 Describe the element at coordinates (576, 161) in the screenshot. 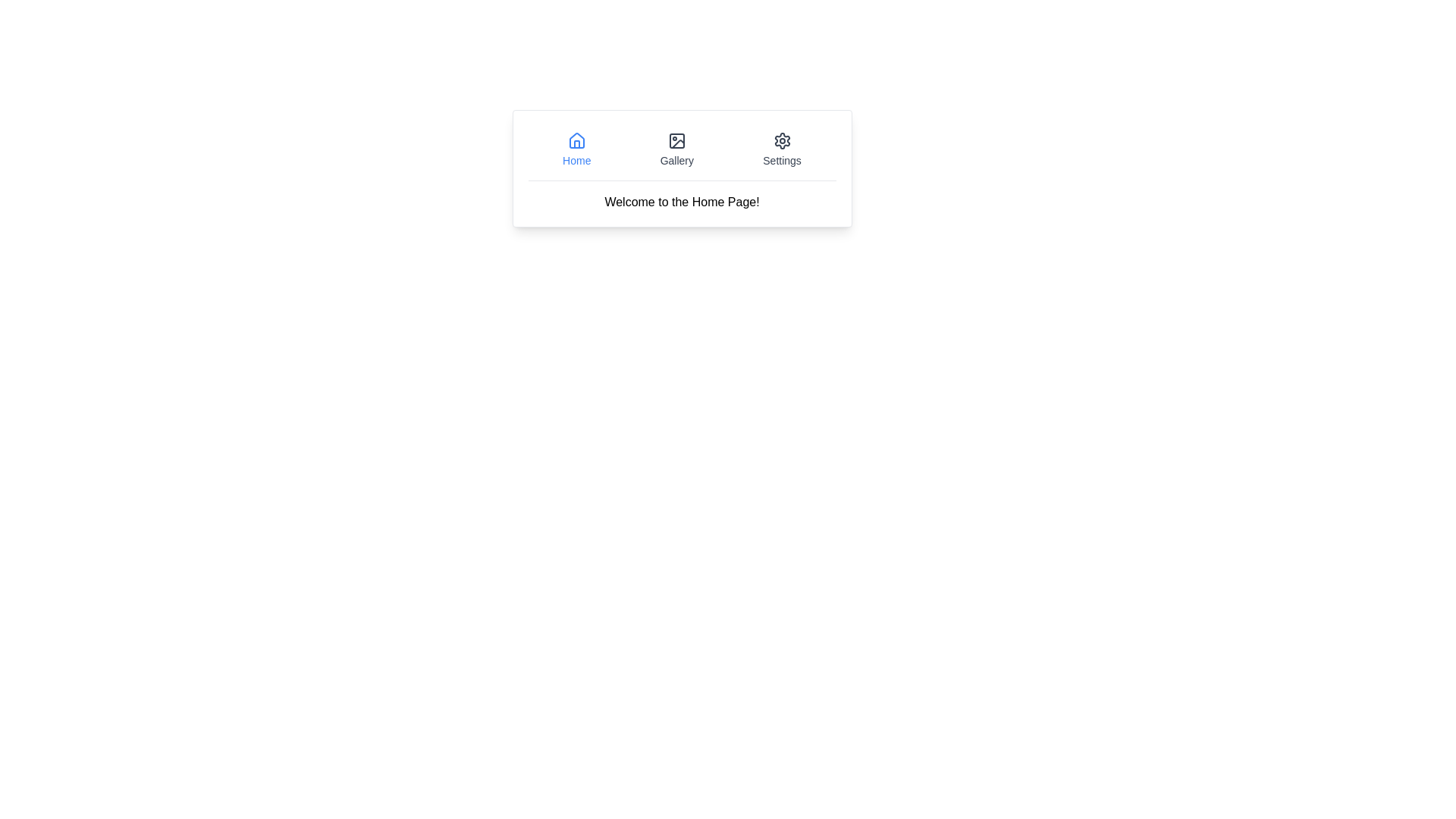

I see `text content of the 'Home' label, which is a smaller light blue text situated below a house icon in the top section of the interface` at that location.